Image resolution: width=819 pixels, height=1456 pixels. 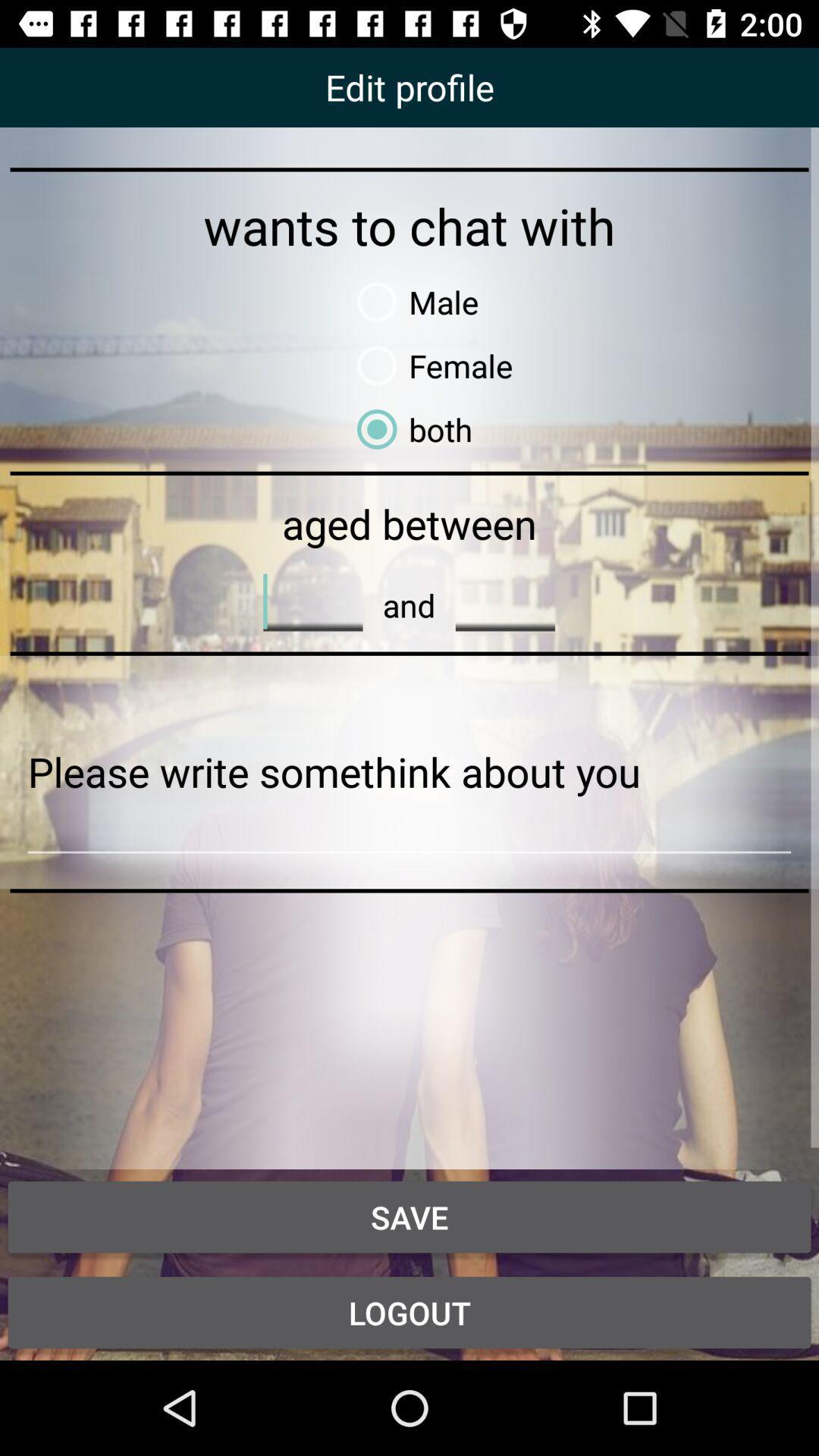 I want to click on choose age option, so click(x=505, y=601).